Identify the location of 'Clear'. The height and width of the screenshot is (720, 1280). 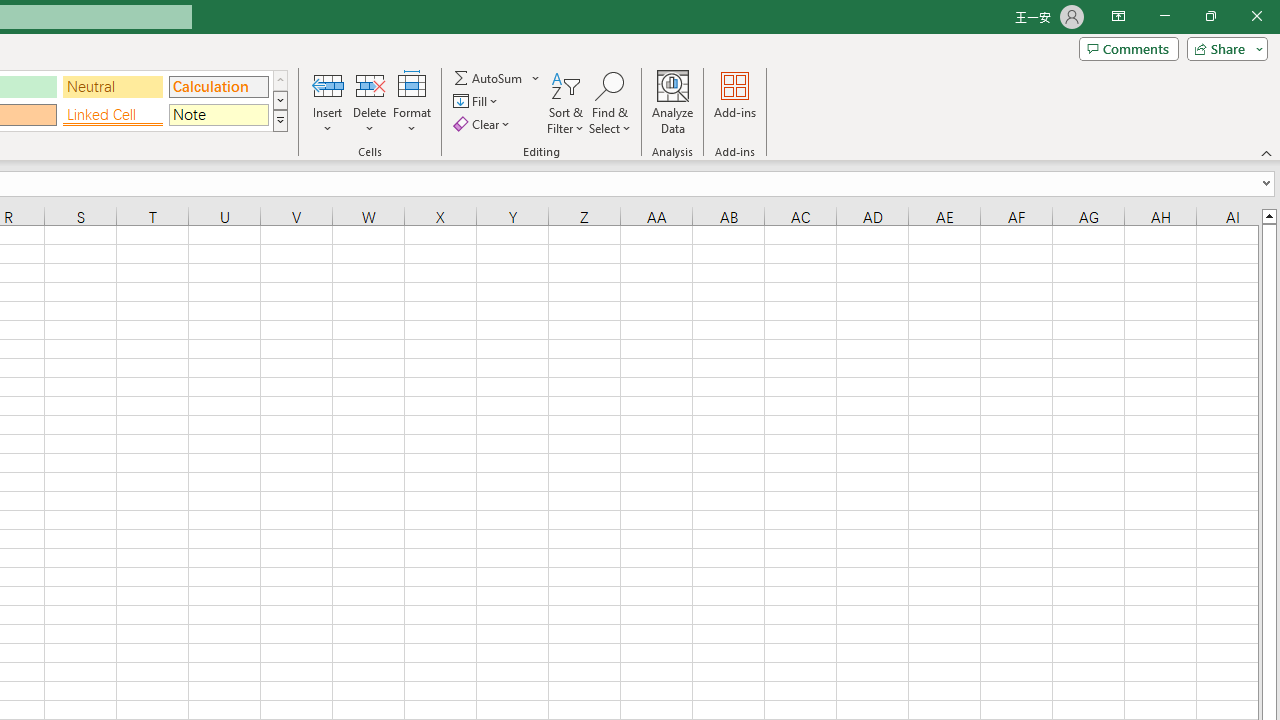
(483, 124).